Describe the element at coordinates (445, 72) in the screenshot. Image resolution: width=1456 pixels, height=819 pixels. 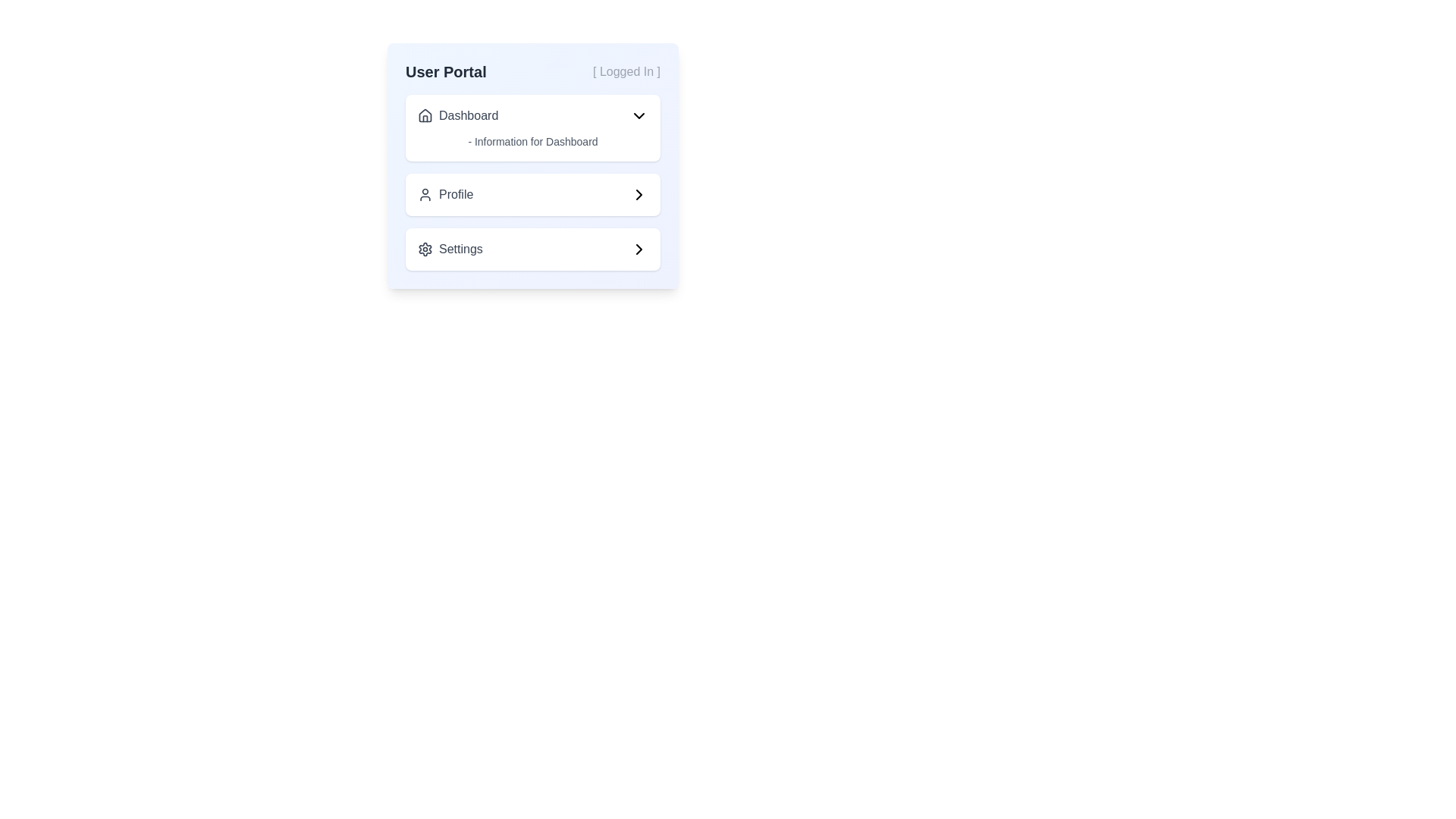
I see `the static text element that serves as the title or header for the portal, positioned at the top-left corner relative to the '[ Logged In ]' text` at that location.